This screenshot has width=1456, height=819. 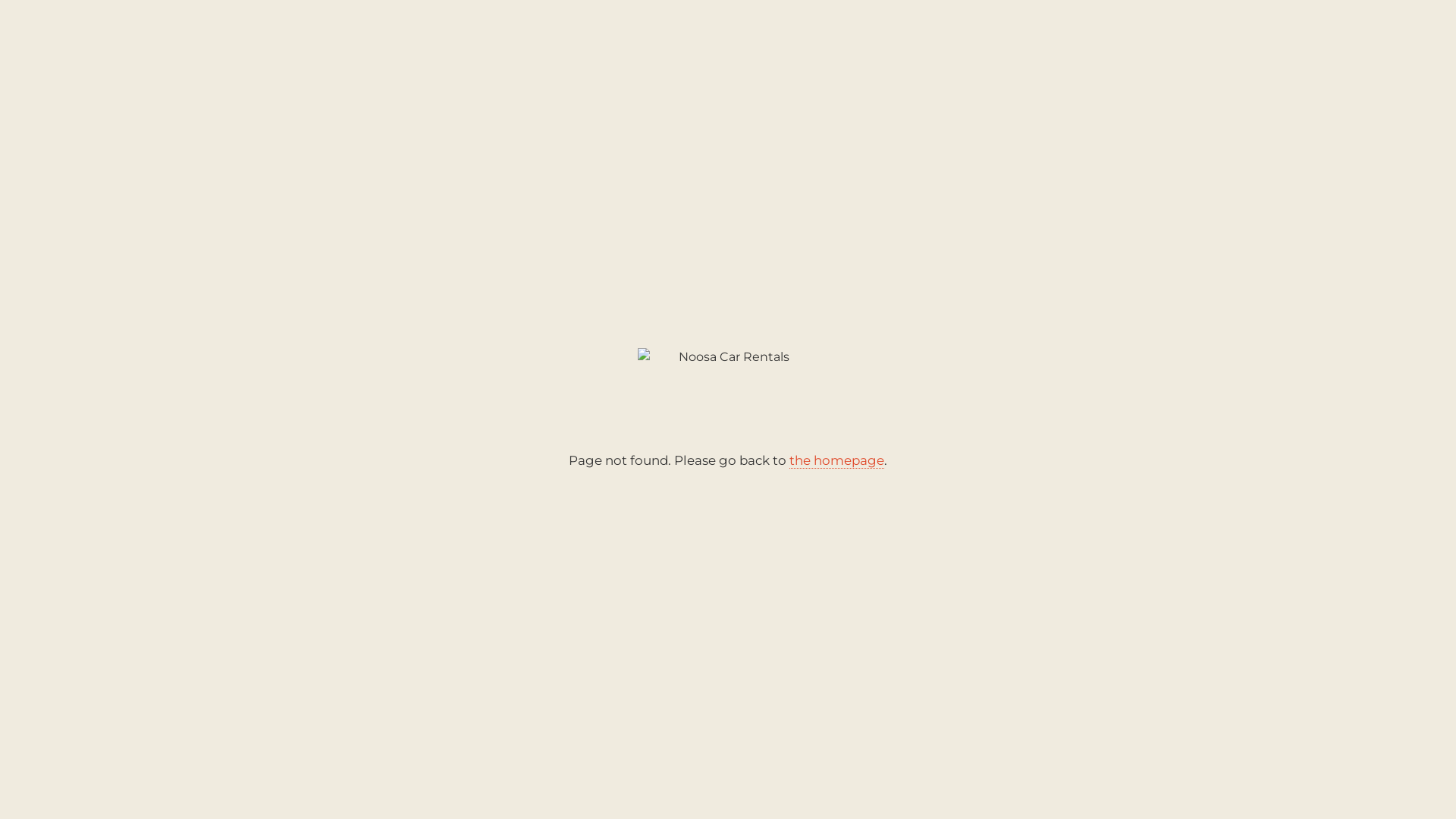 I want to click on 'the homepage', so click(x=836, y=460).